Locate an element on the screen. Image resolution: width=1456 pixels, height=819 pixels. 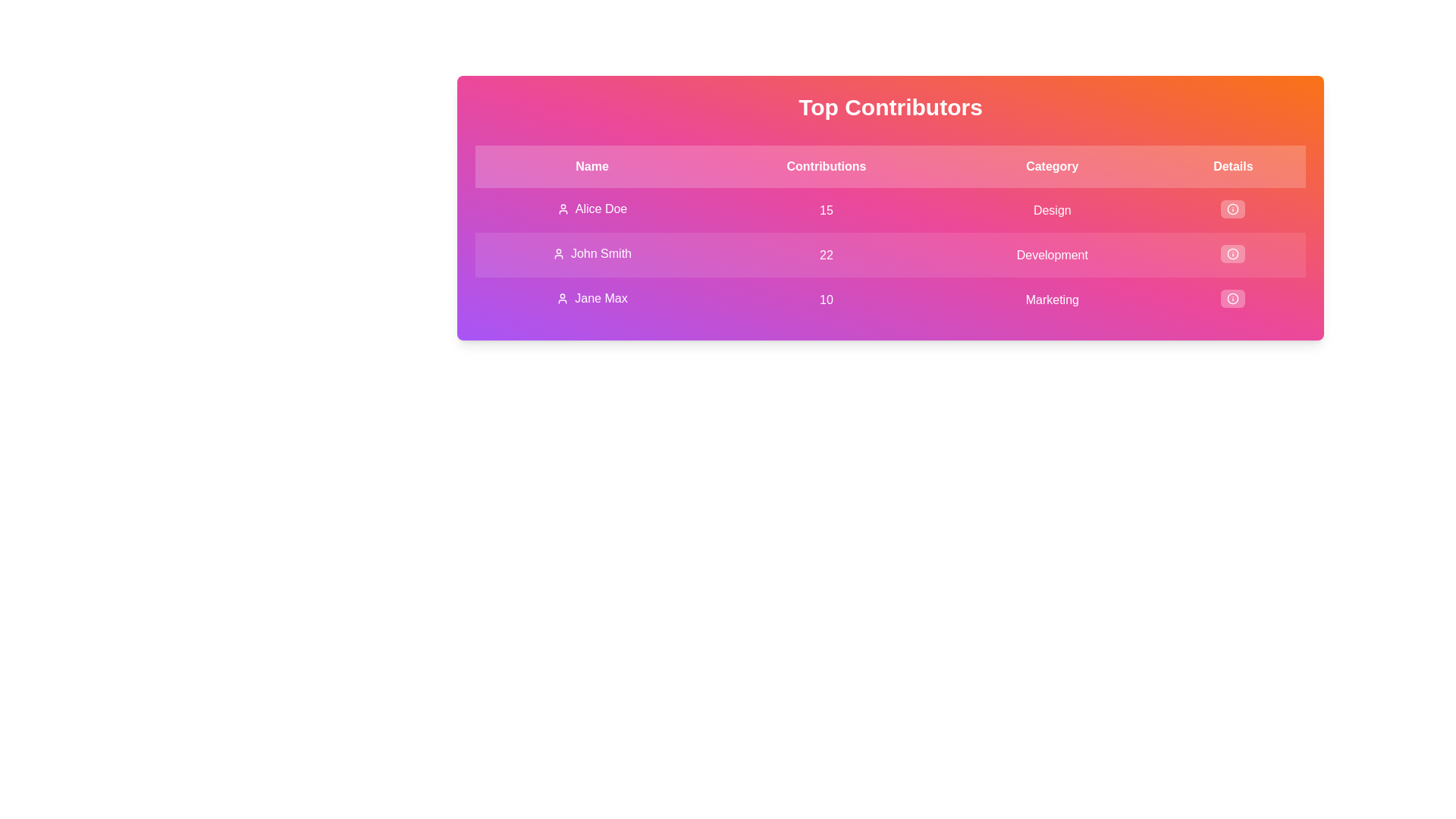
the text element displaying 'Alice Doe' with a user icon, located in the first row of the table in the 'Name' column is located at coordinates (591, 209).